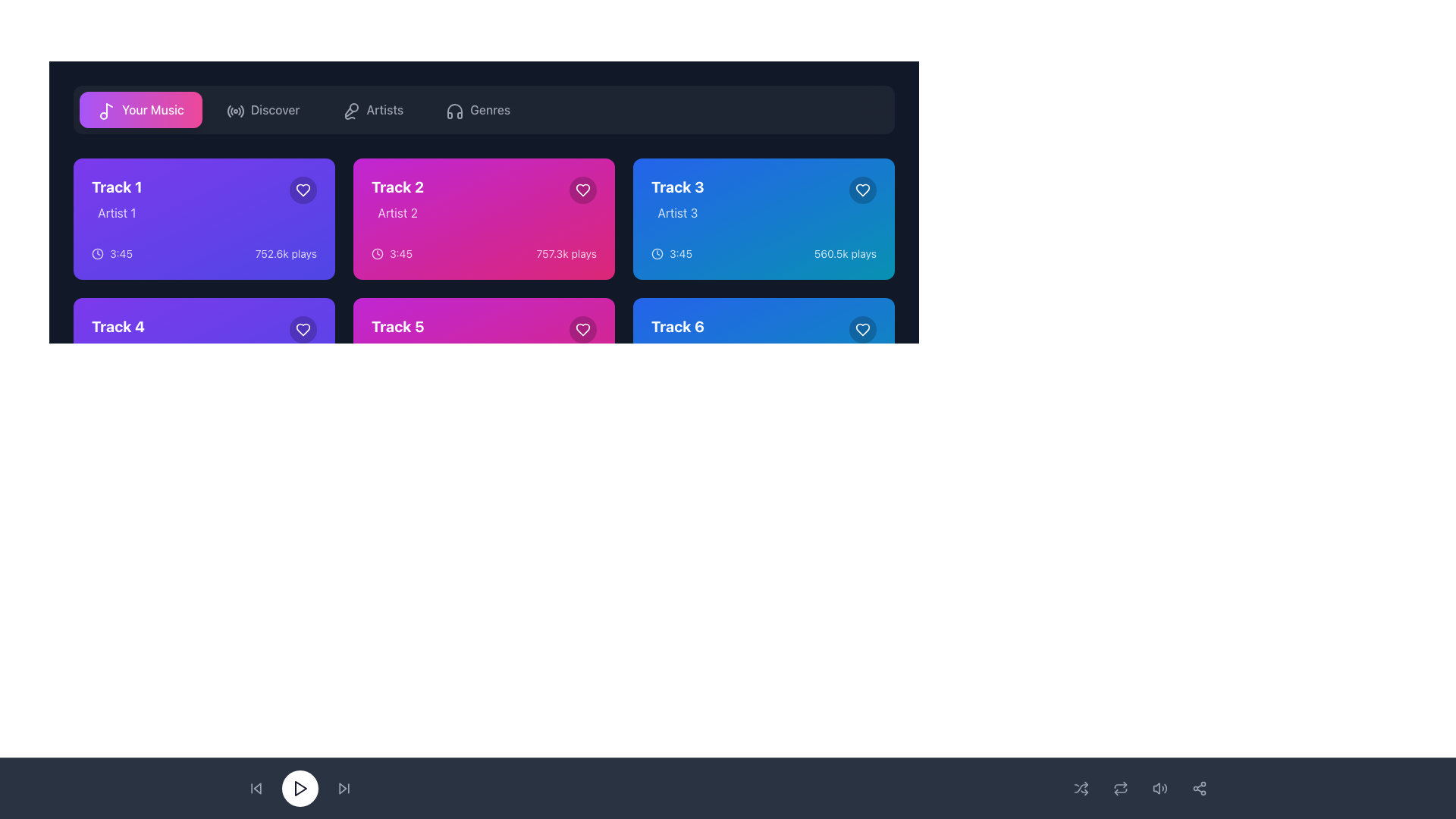 Image resolution: width=1456 pixels, height=819 pixels. Describe the element at coordinates (1159, 788) in the screenshot. I see `the speaker icon button in the bottom control panel` at that location.